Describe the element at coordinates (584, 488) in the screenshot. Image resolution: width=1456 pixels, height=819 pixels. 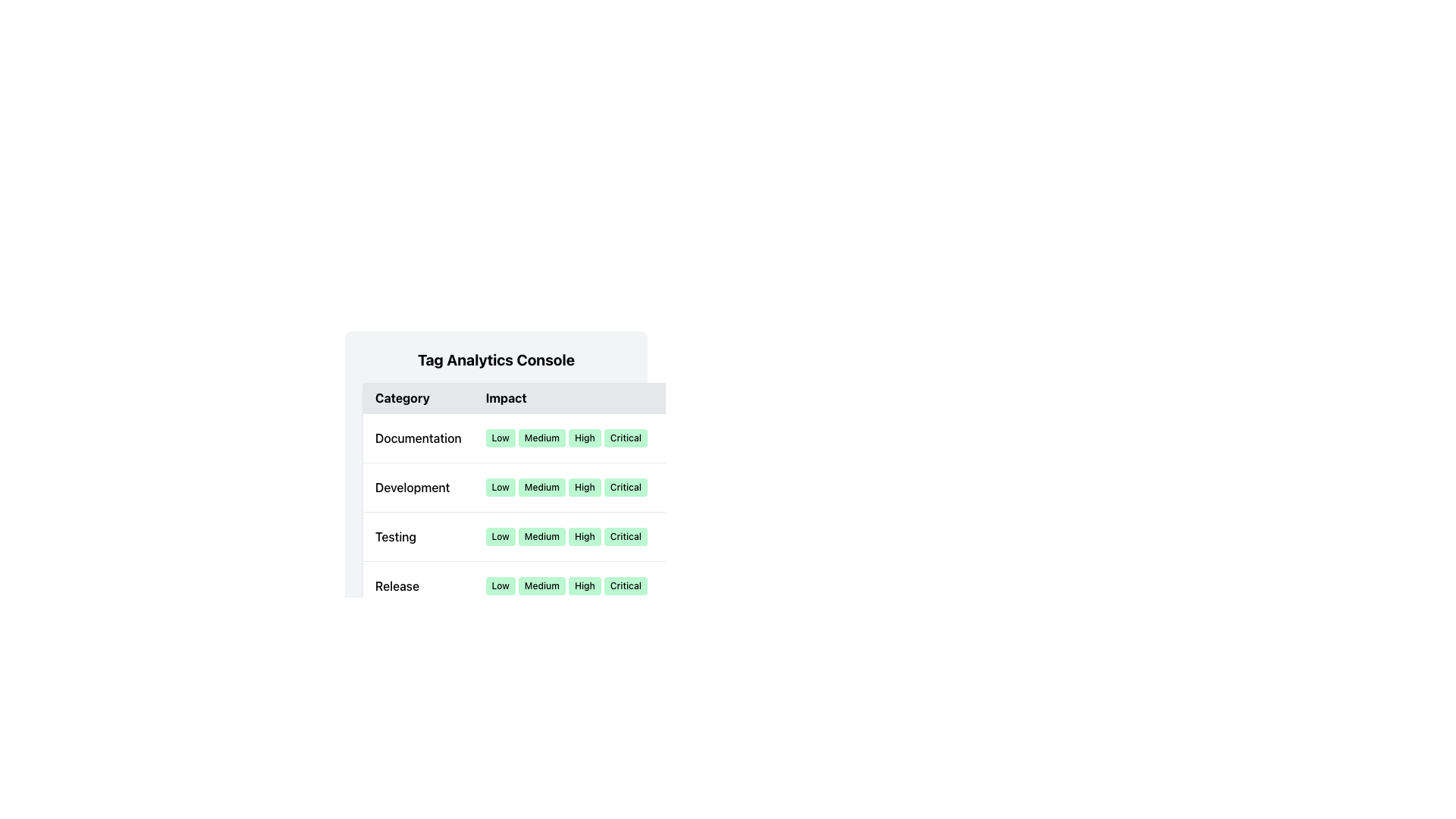
I see `the 'High' label, which is a light green rectangular button with rounded corners located in the 'Impact' column of the 'Development' row in the Tag Analytics Console interface` at that location.